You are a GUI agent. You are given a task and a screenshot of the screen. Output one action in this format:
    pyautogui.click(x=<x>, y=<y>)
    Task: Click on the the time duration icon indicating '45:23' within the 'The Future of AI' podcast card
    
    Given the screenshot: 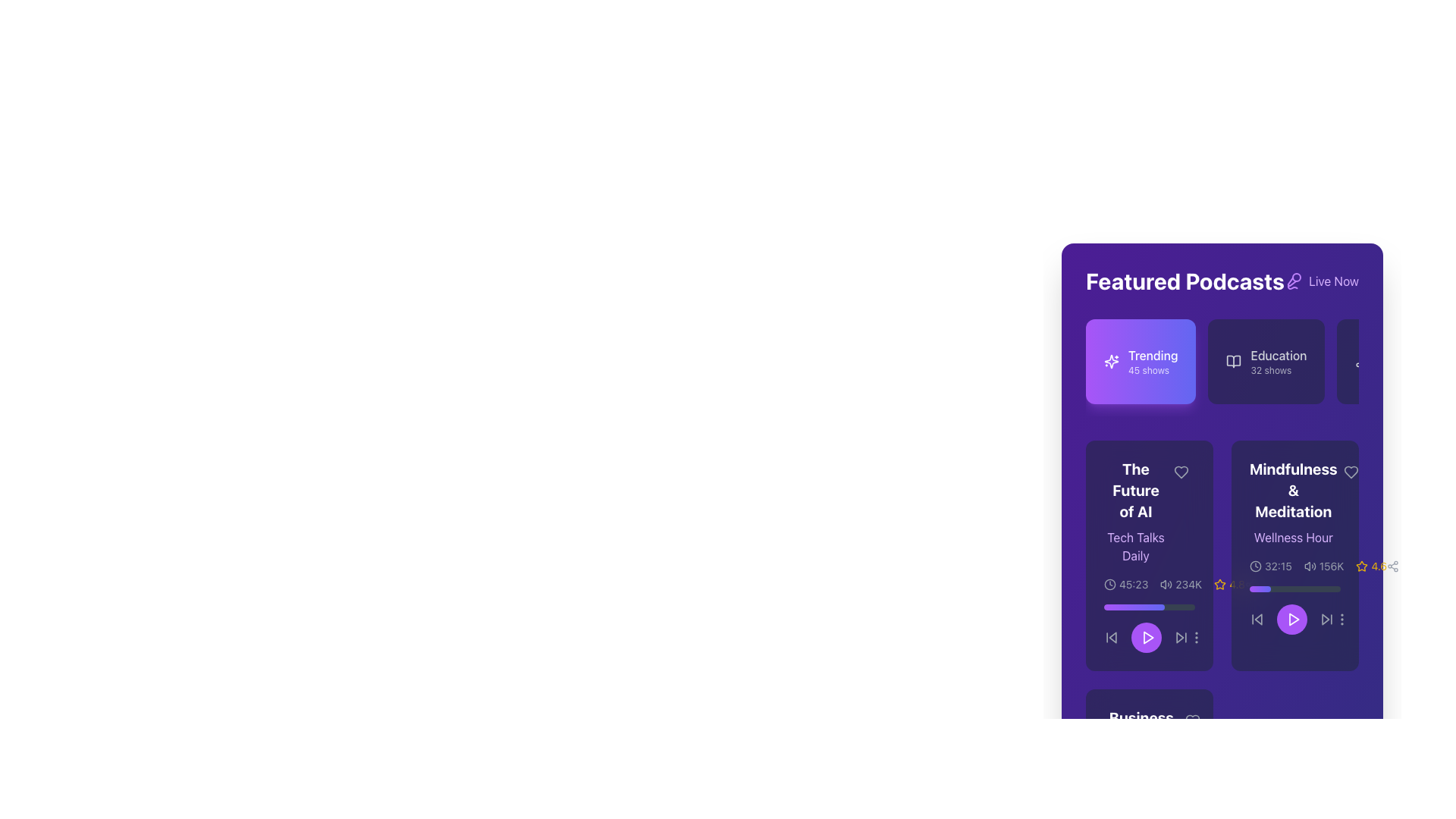 What is the action you would take?
    pyautogui.click(x=1110, y=584)
    